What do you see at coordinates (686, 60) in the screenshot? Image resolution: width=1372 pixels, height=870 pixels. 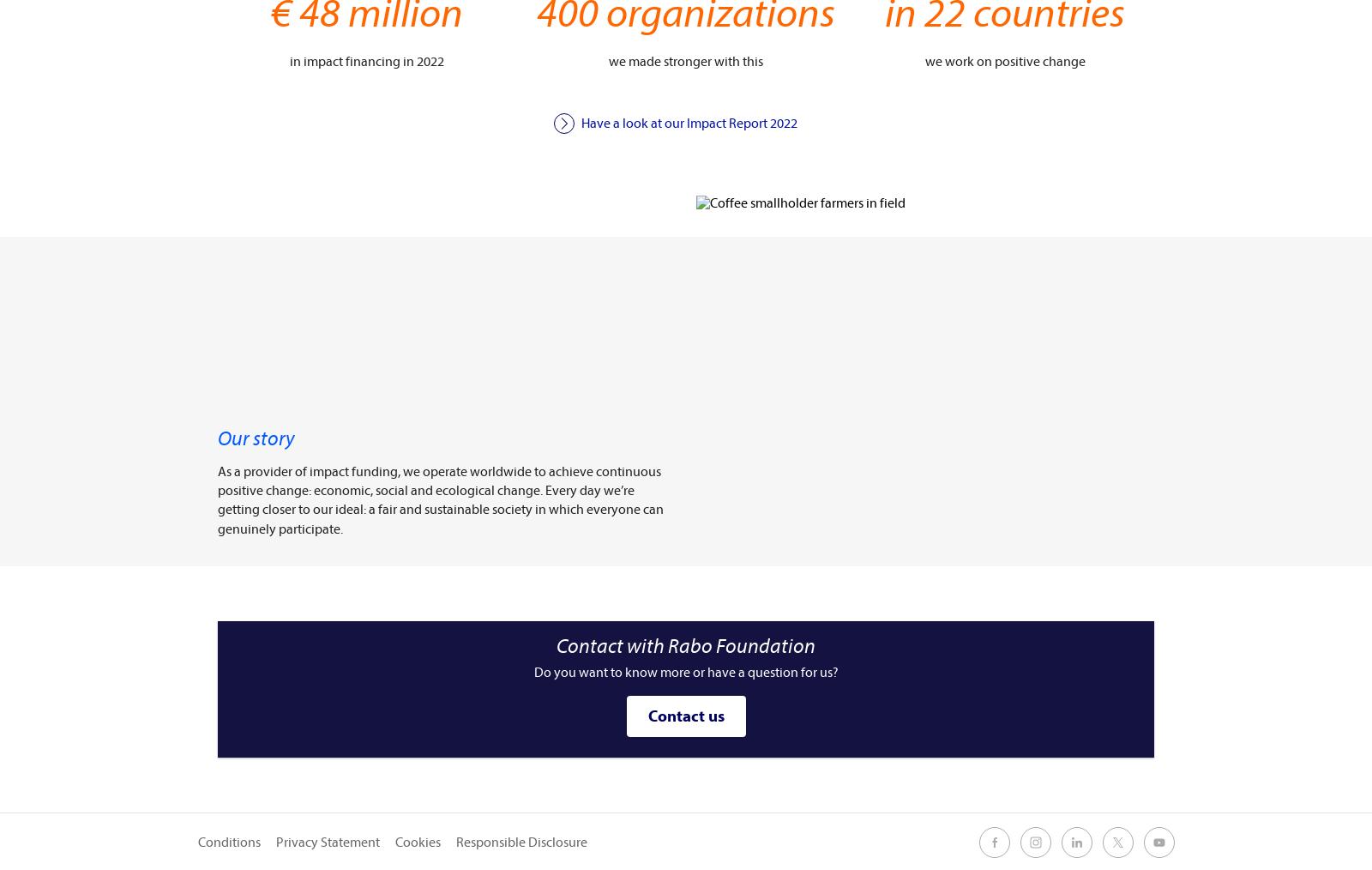 I see `'we made stronger with this'` at bounding box center [686, 60].